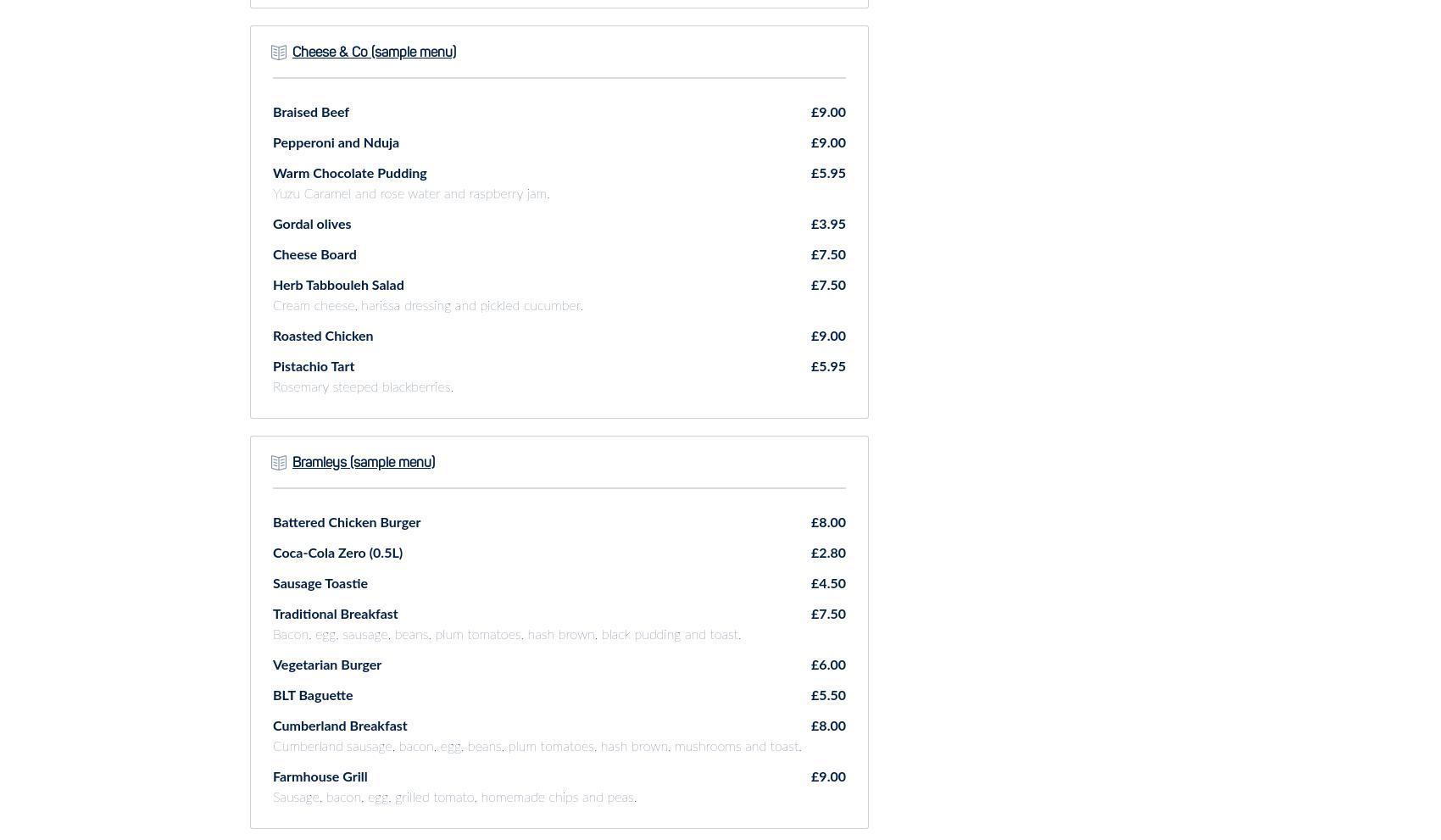 Image resolution: width=1441 pixels, height=840 pixels. Describe the element at coordinates (310, 111) in the screenshot. I see `'Braised Beef'` at that location.